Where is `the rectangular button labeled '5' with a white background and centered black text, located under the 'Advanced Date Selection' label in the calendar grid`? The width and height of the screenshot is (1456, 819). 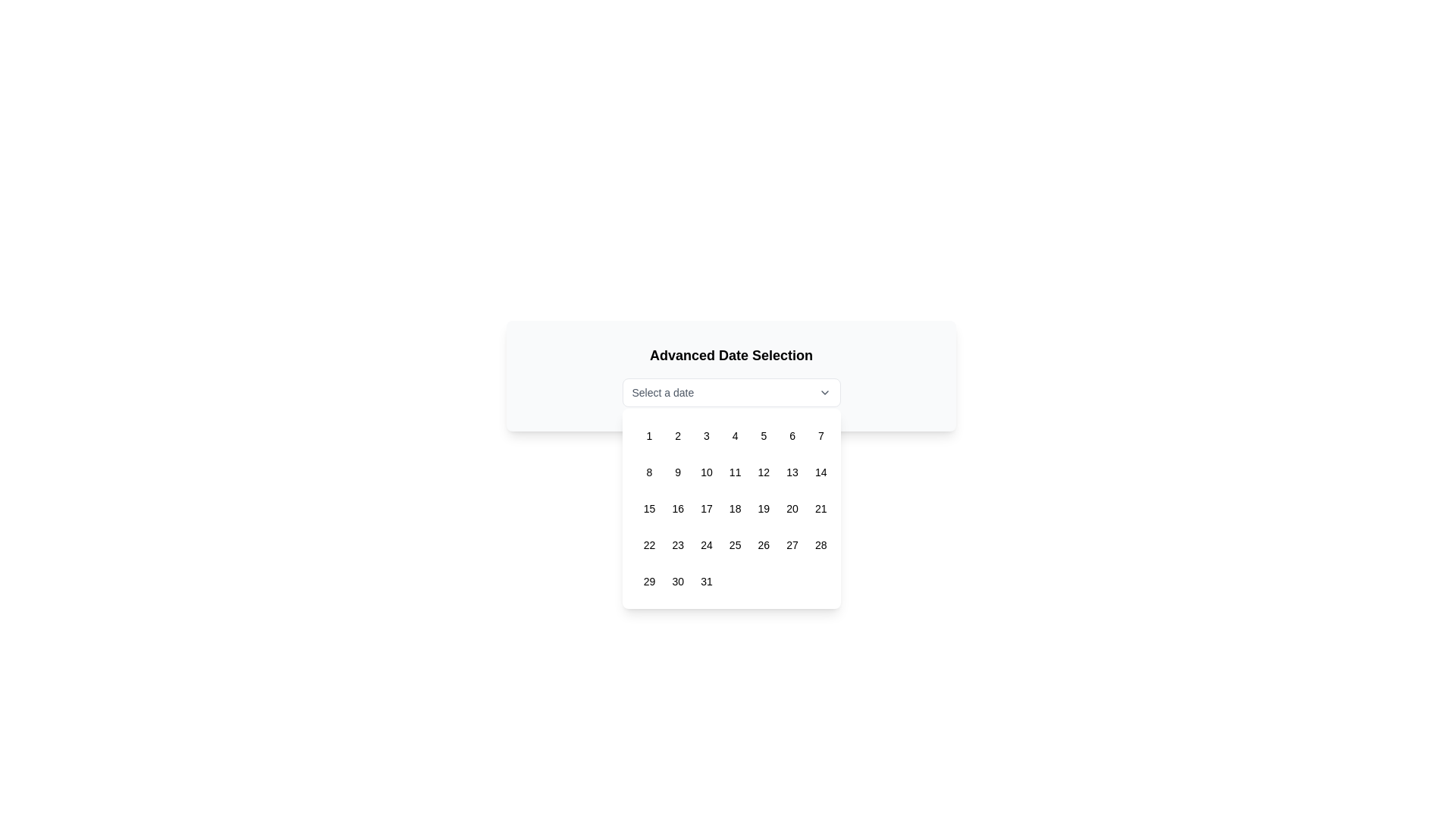
the rectangular button labeled '5' with a white background and centered black text, located under the 'Advanced Date Selection' label in the calendar grid is located at coordinates (764, 435).